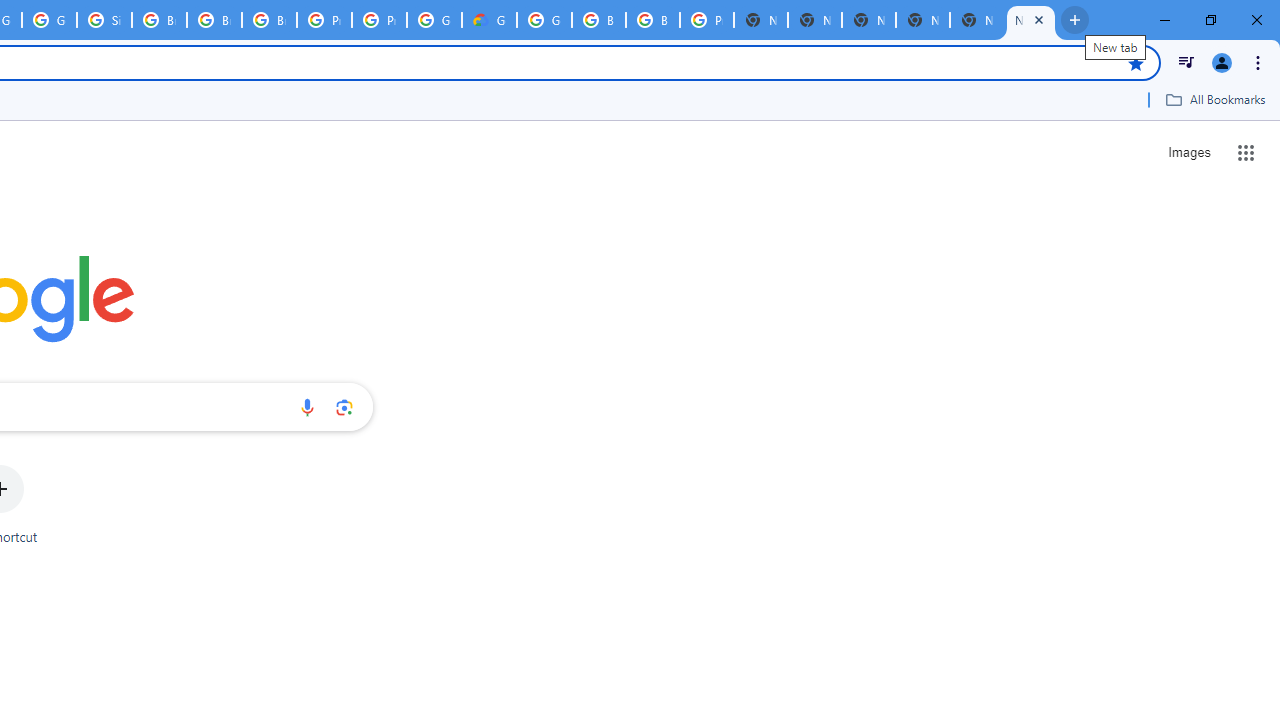  Describe the element at coordinates (103, 20) in the screenshot. I see `'Sign in - Google Accounts'` at that location.